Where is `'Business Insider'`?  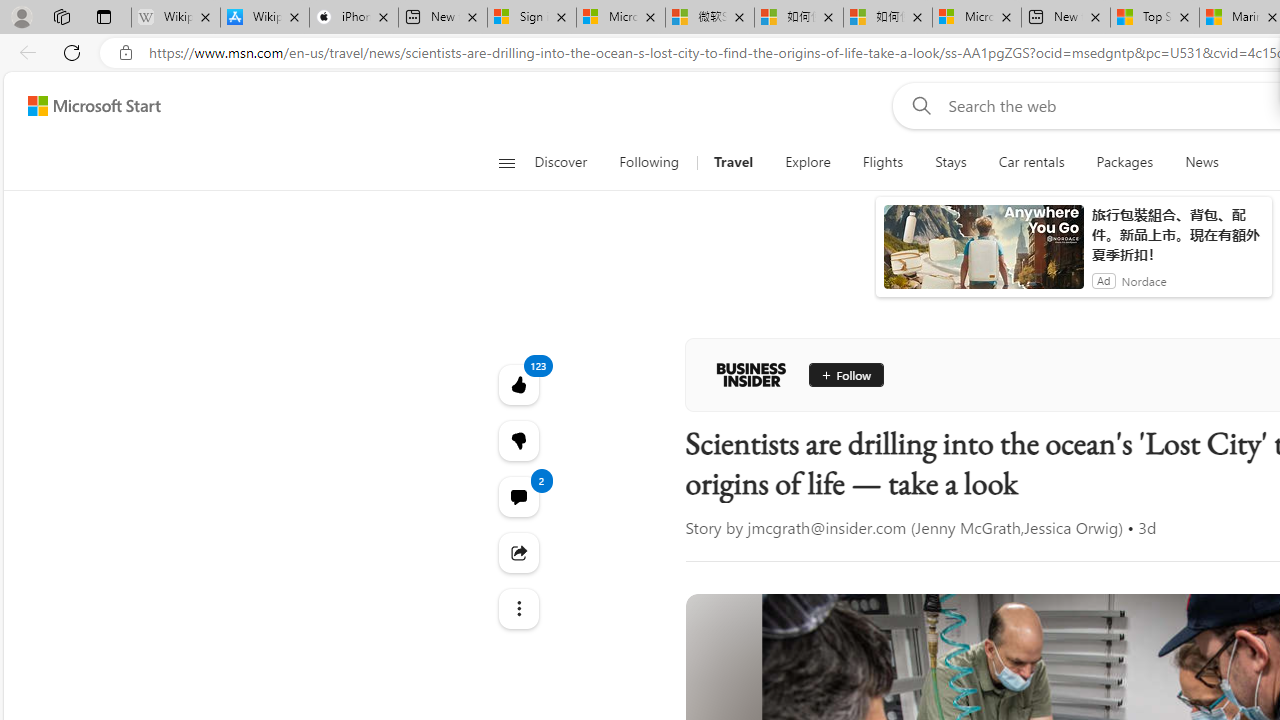
'Business Insider' is located at coordinates (750, 375).